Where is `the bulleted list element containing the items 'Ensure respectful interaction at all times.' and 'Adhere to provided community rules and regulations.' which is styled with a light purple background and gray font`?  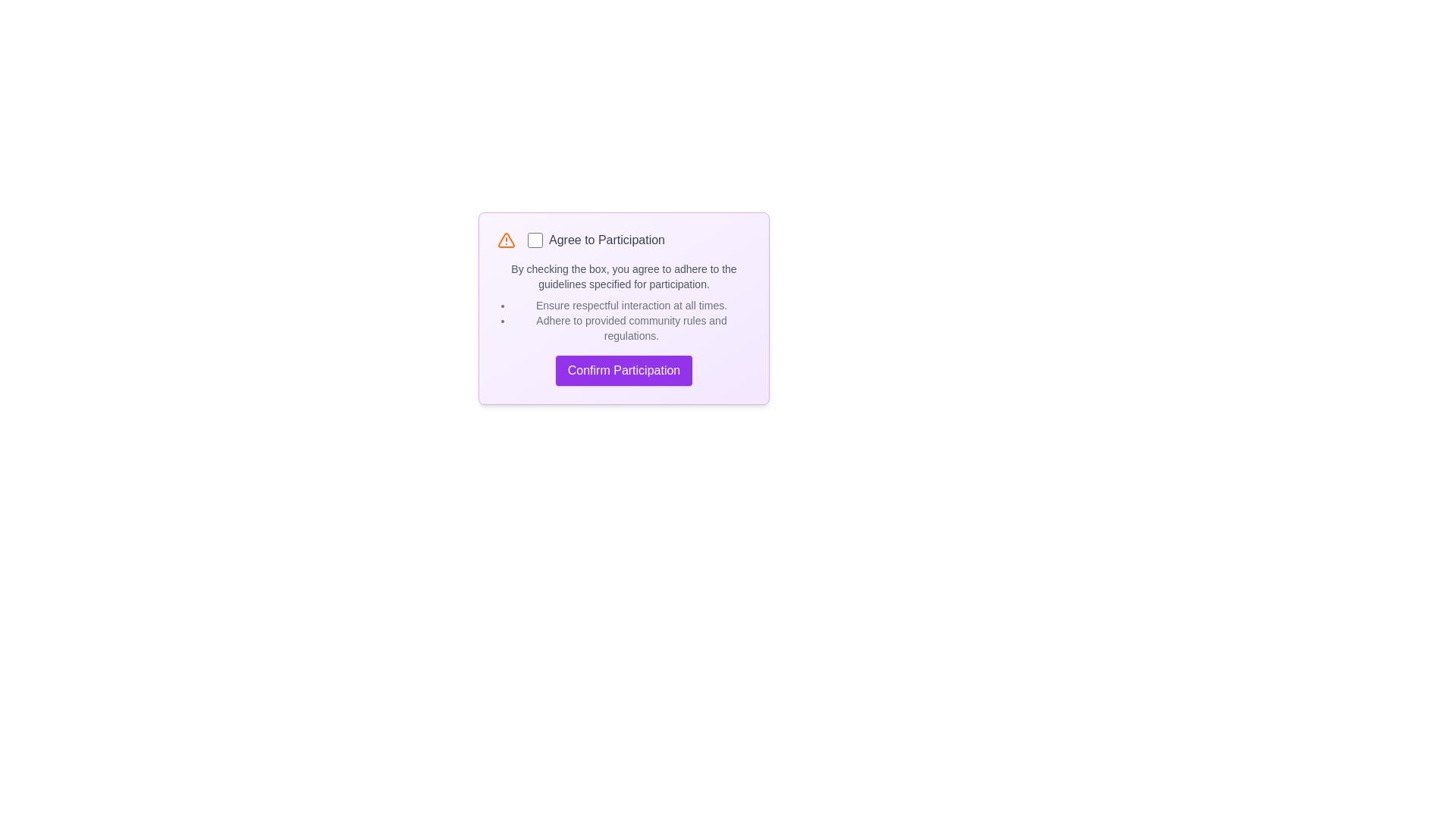
the bulleted list element containing the items 'Ensure respectful interaction at all times.' and 'Adhere to provided community rules and regulations.' which is styled with a light purple background and gray font is located at coordinates (623, 320).